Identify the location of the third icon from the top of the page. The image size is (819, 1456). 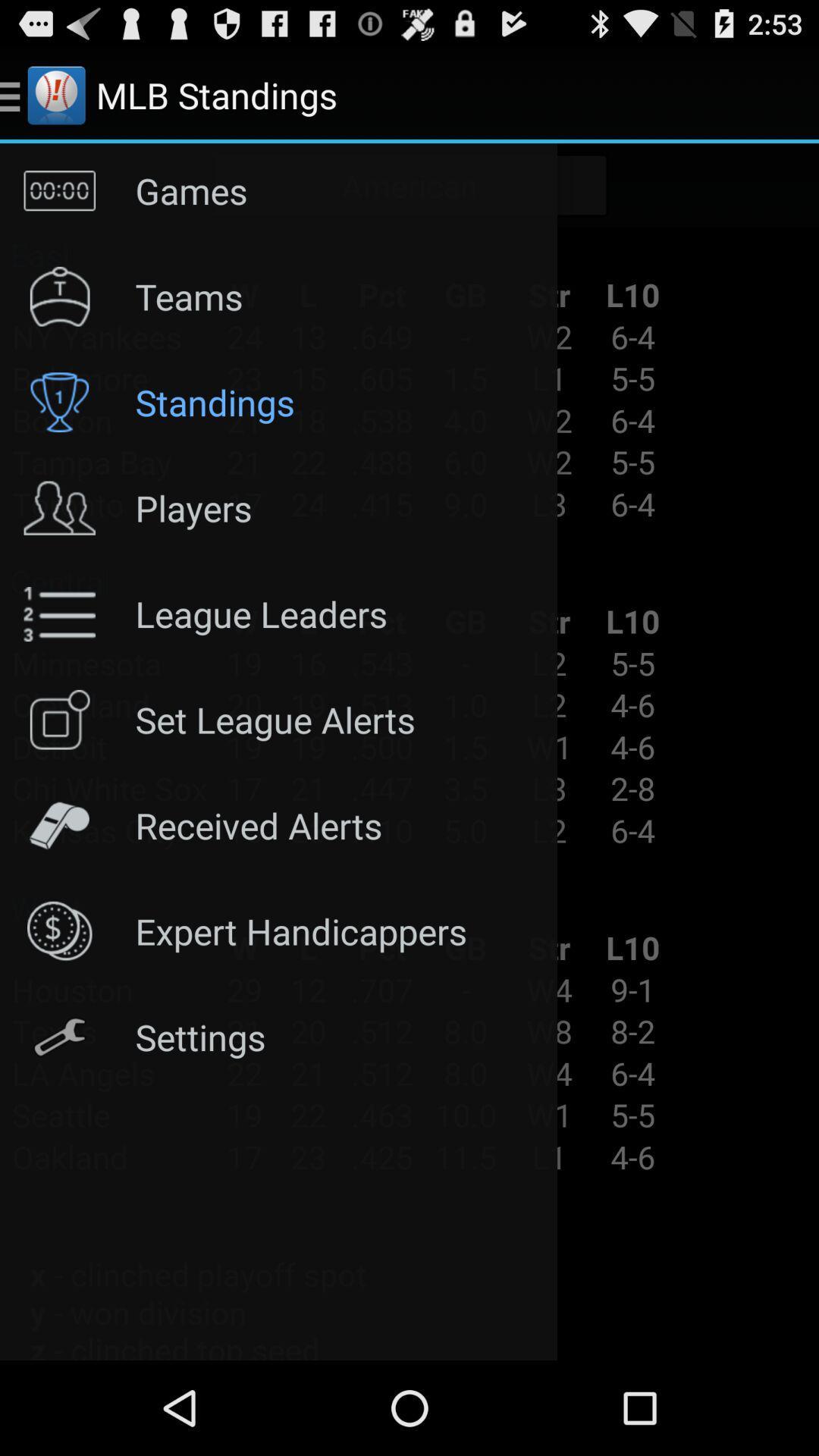
(58, 402).